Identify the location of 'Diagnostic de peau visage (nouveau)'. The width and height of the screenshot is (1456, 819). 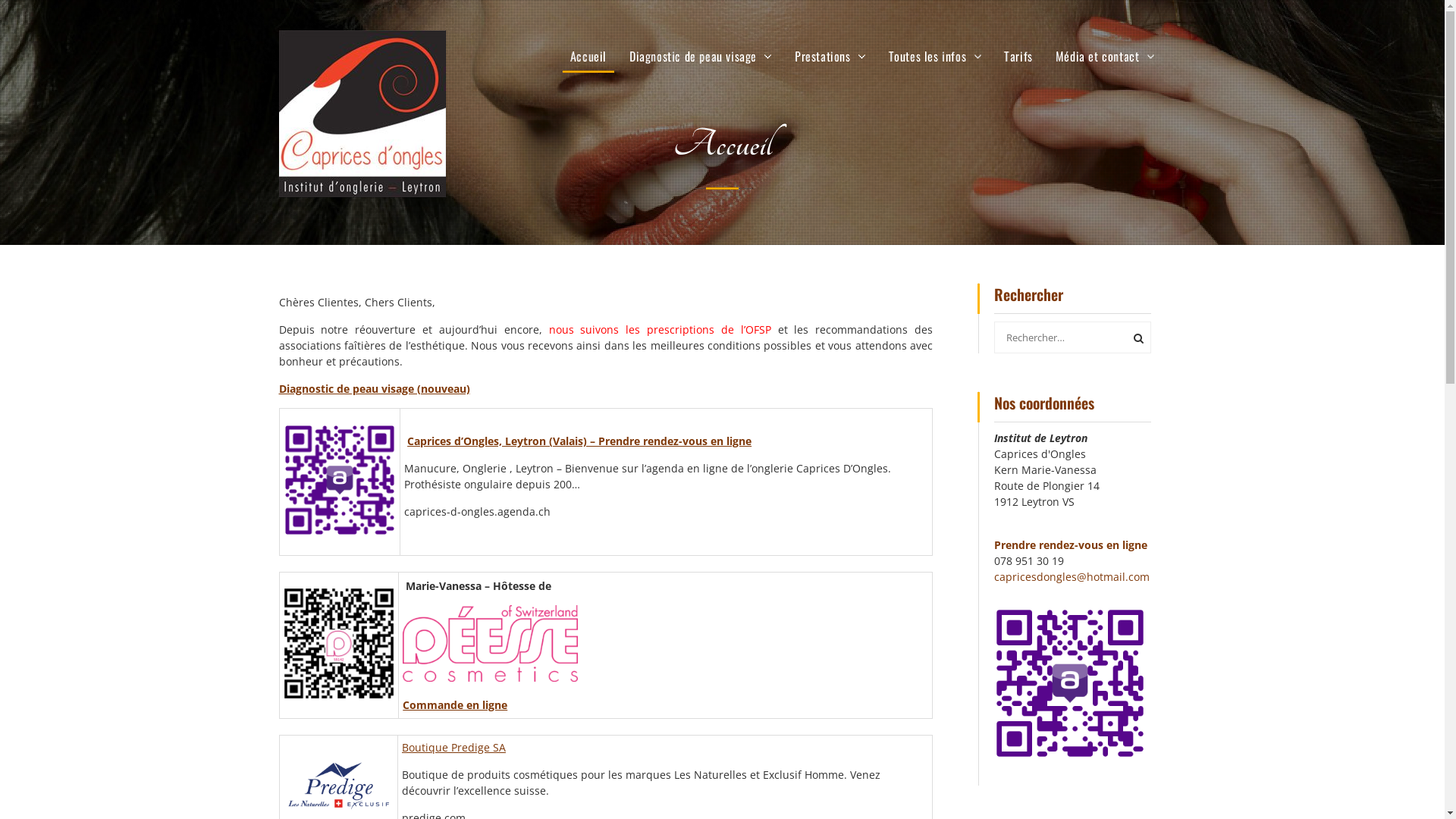
(375, 387).